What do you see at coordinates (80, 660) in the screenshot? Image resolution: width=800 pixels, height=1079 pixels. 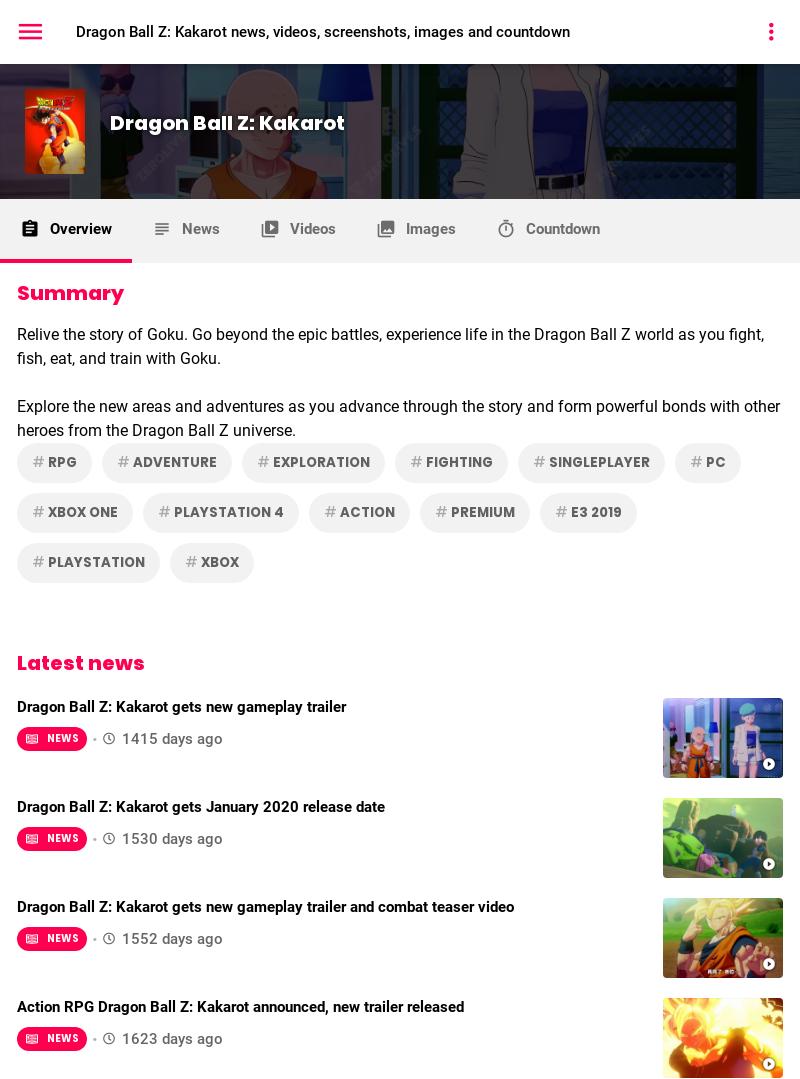 I see `'Latest news'` at bounding box center [80, 660].